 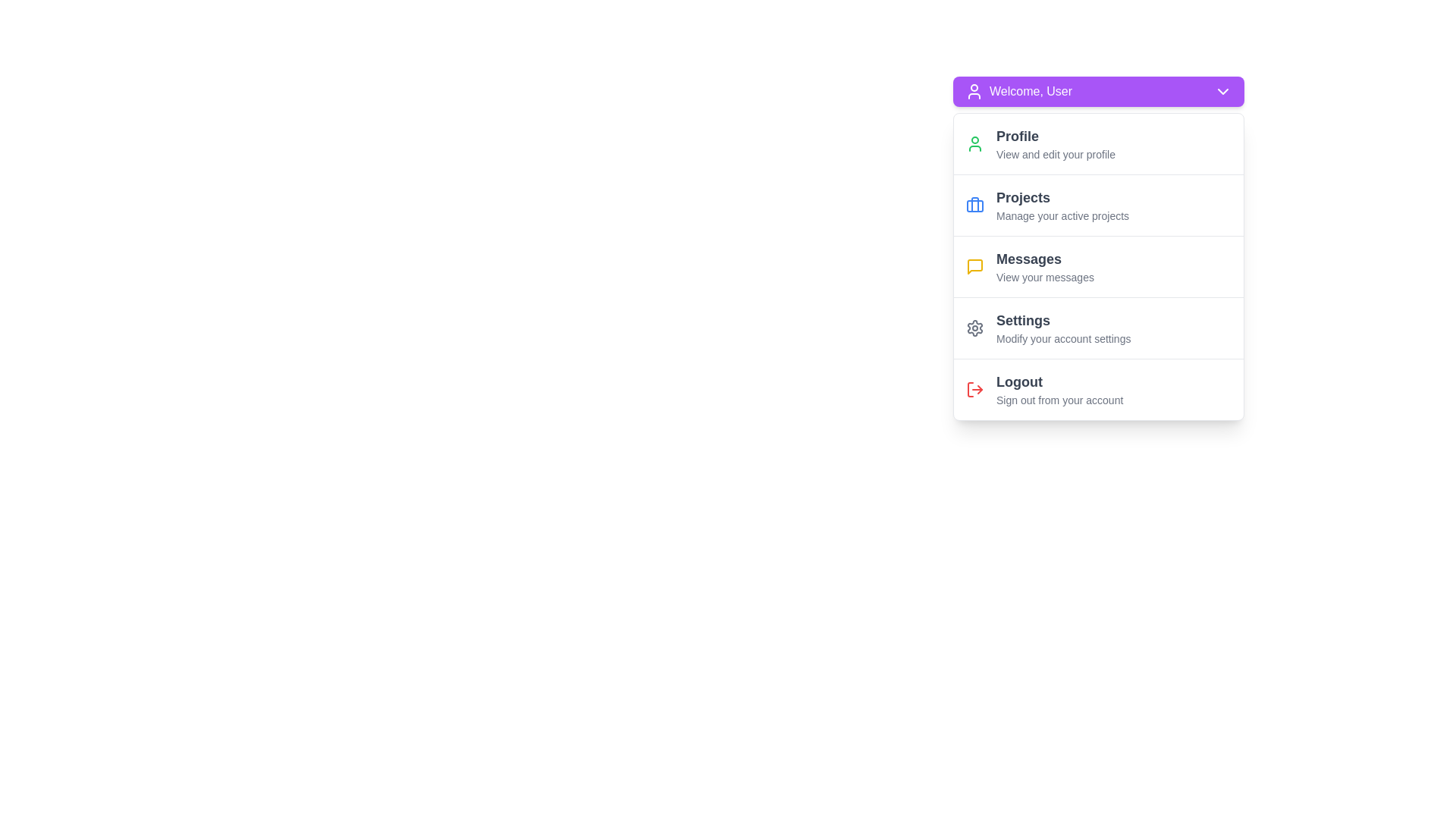 What do you see at coordinates (1099, 205) in the screenshot?
I see `the 'Projects' button in the dropdown menu` at bounding box center [1099, 205].